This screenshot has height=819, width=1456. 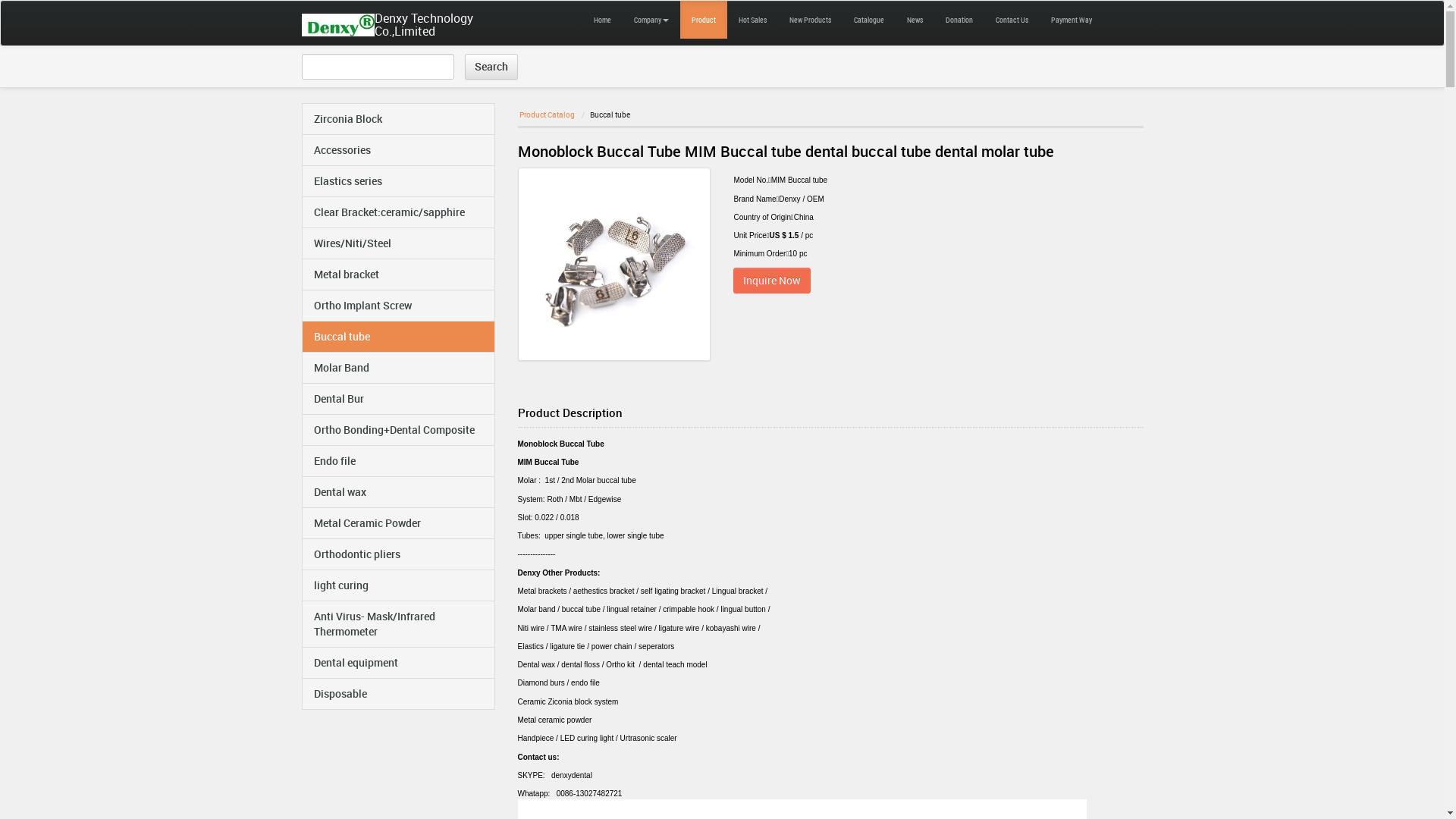 I want to click on 'Metal bracket', so click(x=397, y=275).